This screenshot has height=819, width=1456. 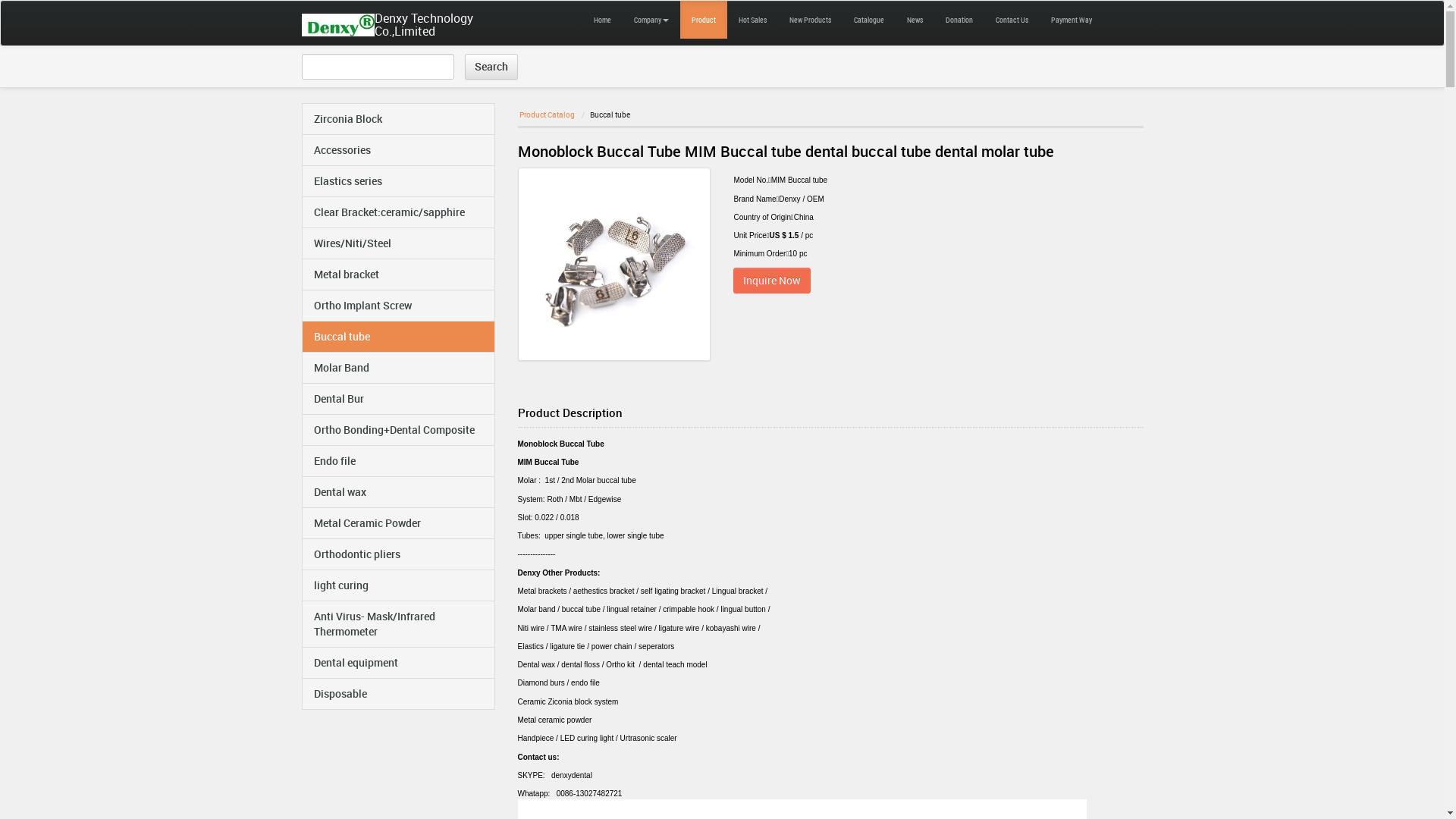 I want to click on 'Metal bracket', so click(x=397, y=275).